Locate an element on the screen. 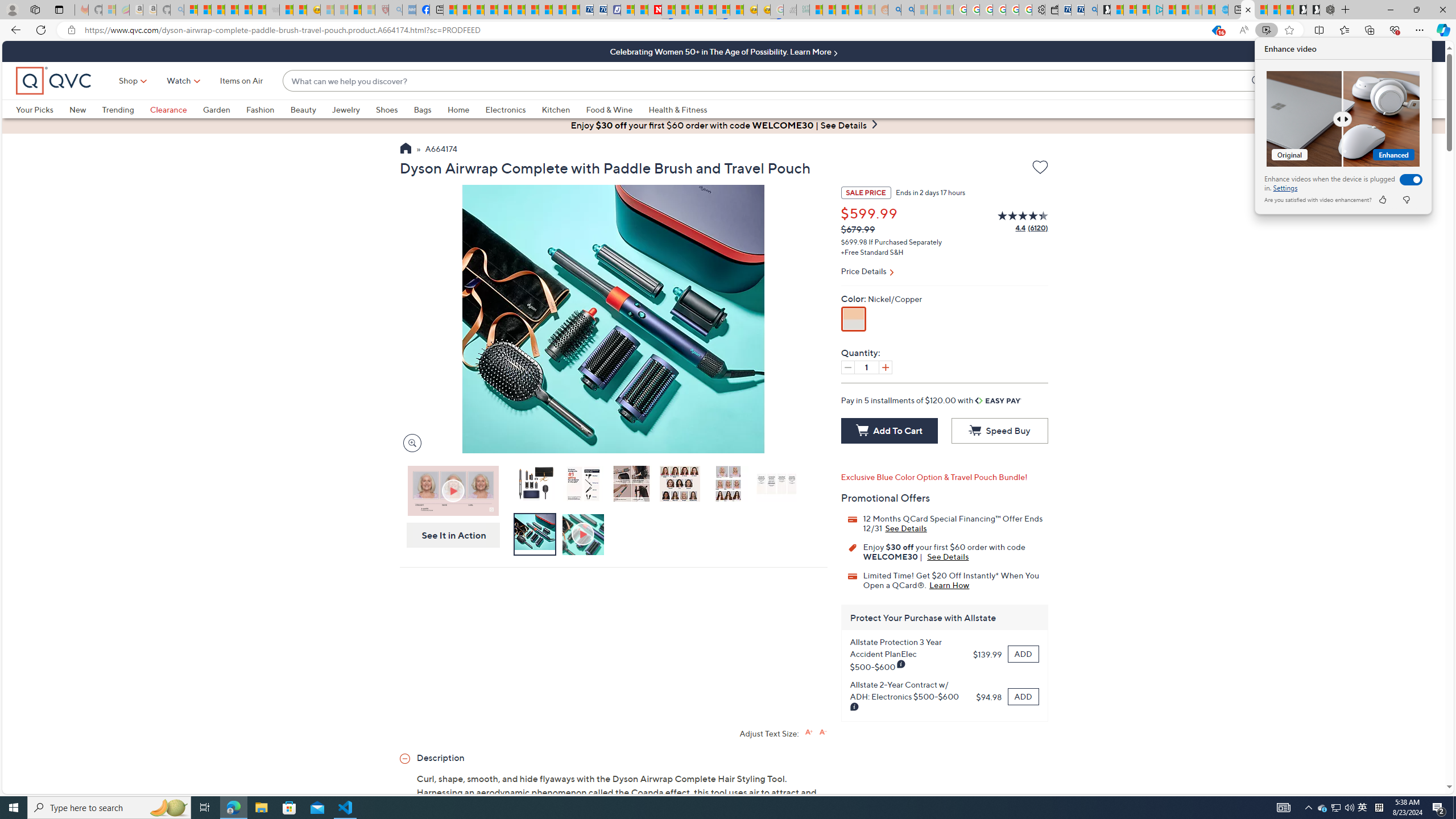  'Shoes' is located at coordinates (386, 109).